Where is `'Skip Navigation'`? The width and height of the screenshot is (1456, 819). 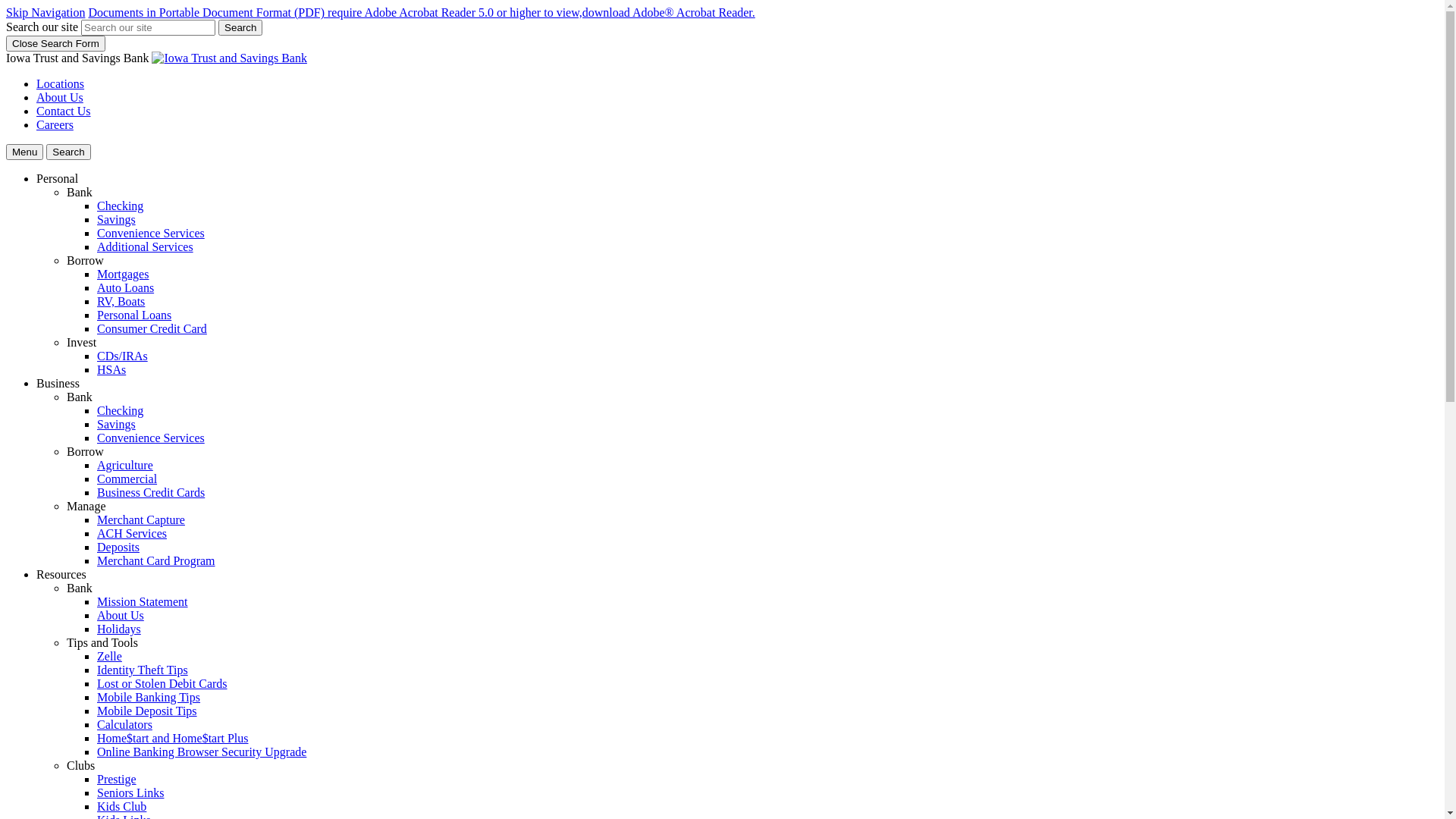 'Skip Navigation' is located at coordinates (45, 12).